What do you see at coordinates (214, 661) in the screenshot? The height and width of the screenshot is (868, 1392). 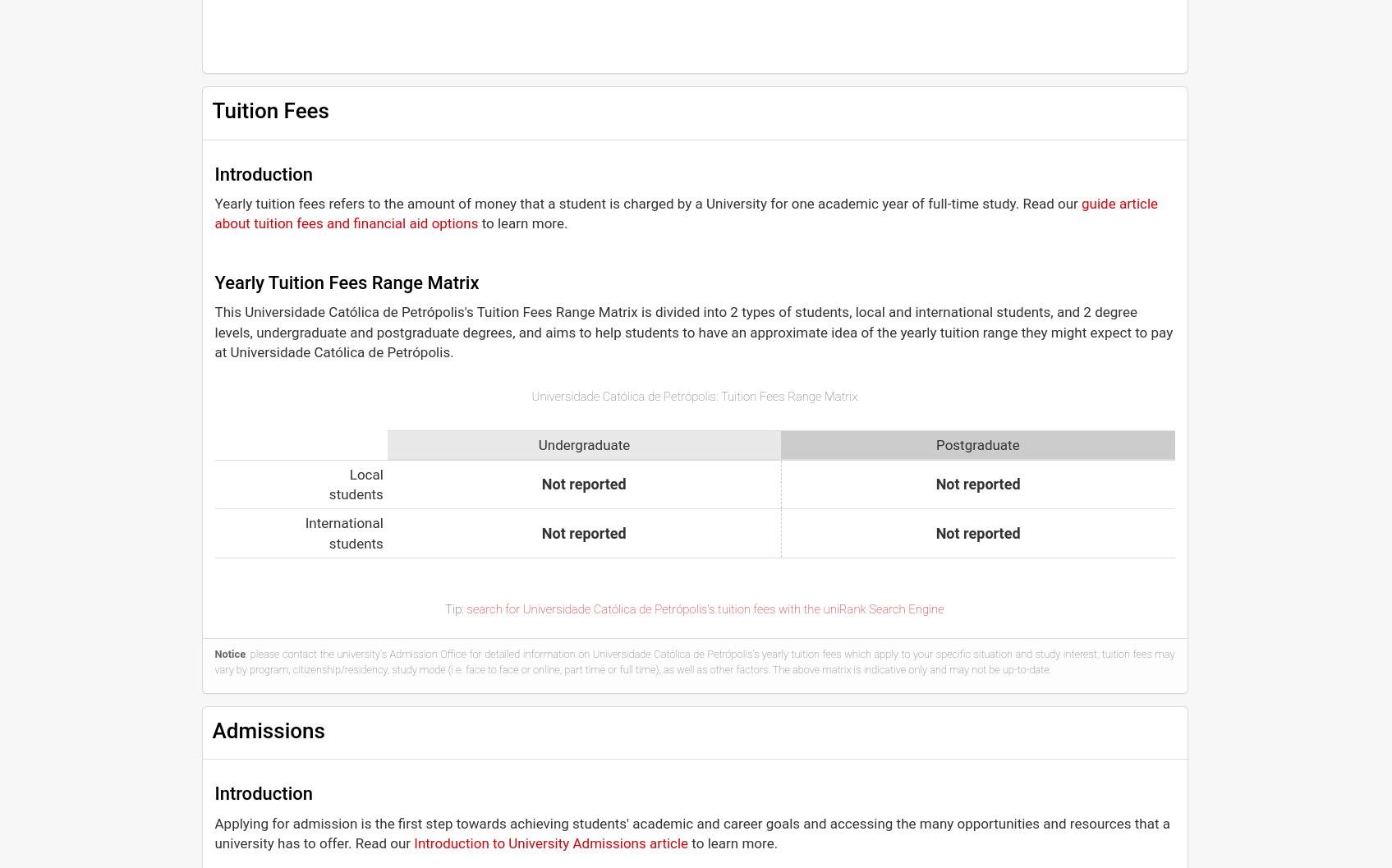 I see `': please contact the university's Admission Office for detailed information on Universidade Católica de Petrópolis's yearly tuition fees which apply to your specific situation and study interest; tuition fees may vary by program, citizenship/residency, study mode (i.e. face to face or online, part time or full time), as well as other factors. The above matrix is indicative only and may not be up-to-date.'` at bounding box center [214, 661].